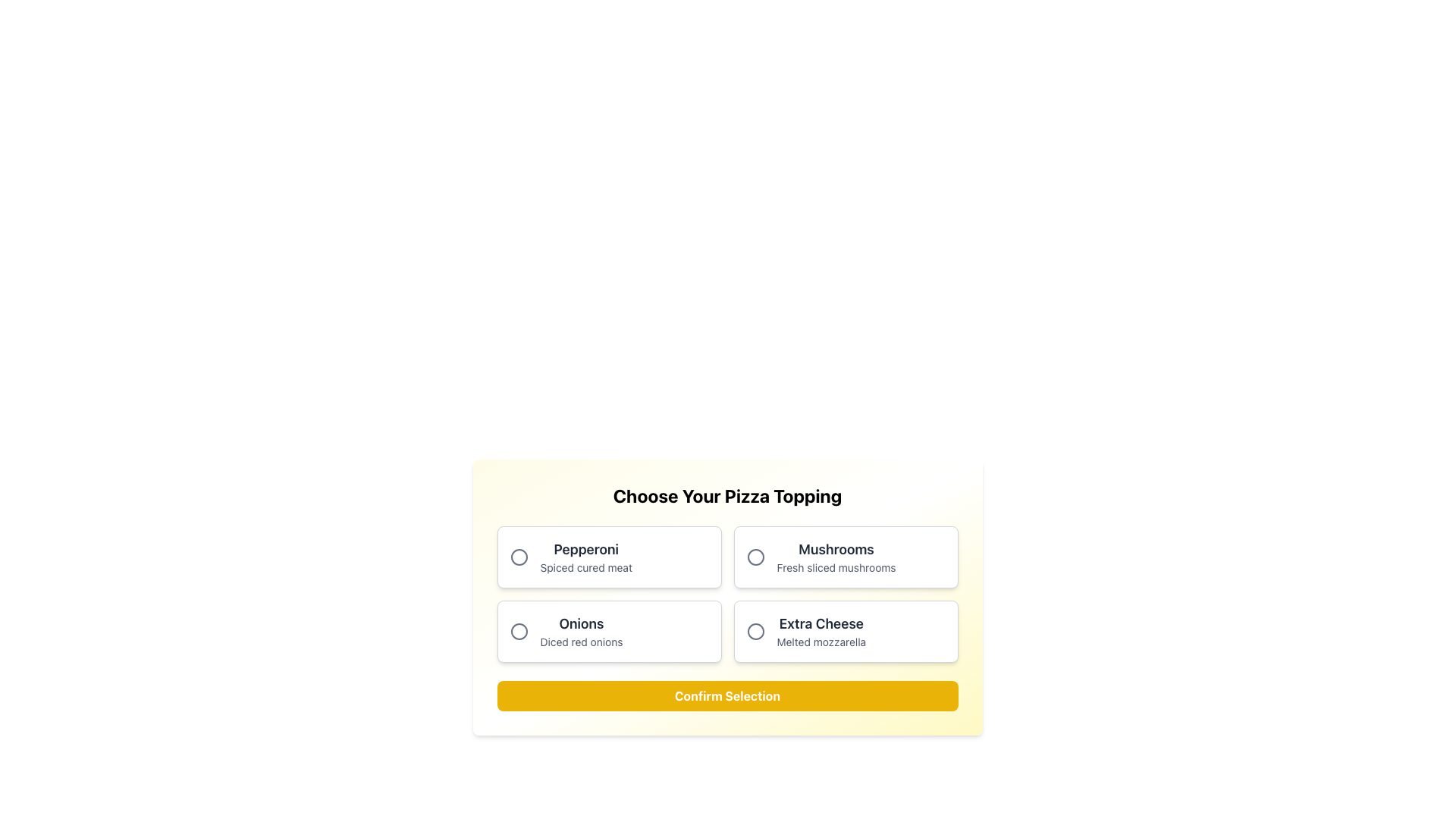  What do you see at coordinates (726, 696) in the screenshot?
I see `the rectangular button with a yellow background and bold white text reading 'Confirm Selection' located at the bottom of the 'Choose Your Pizza Topping' section to change its color` at bounding box center [726, 696].